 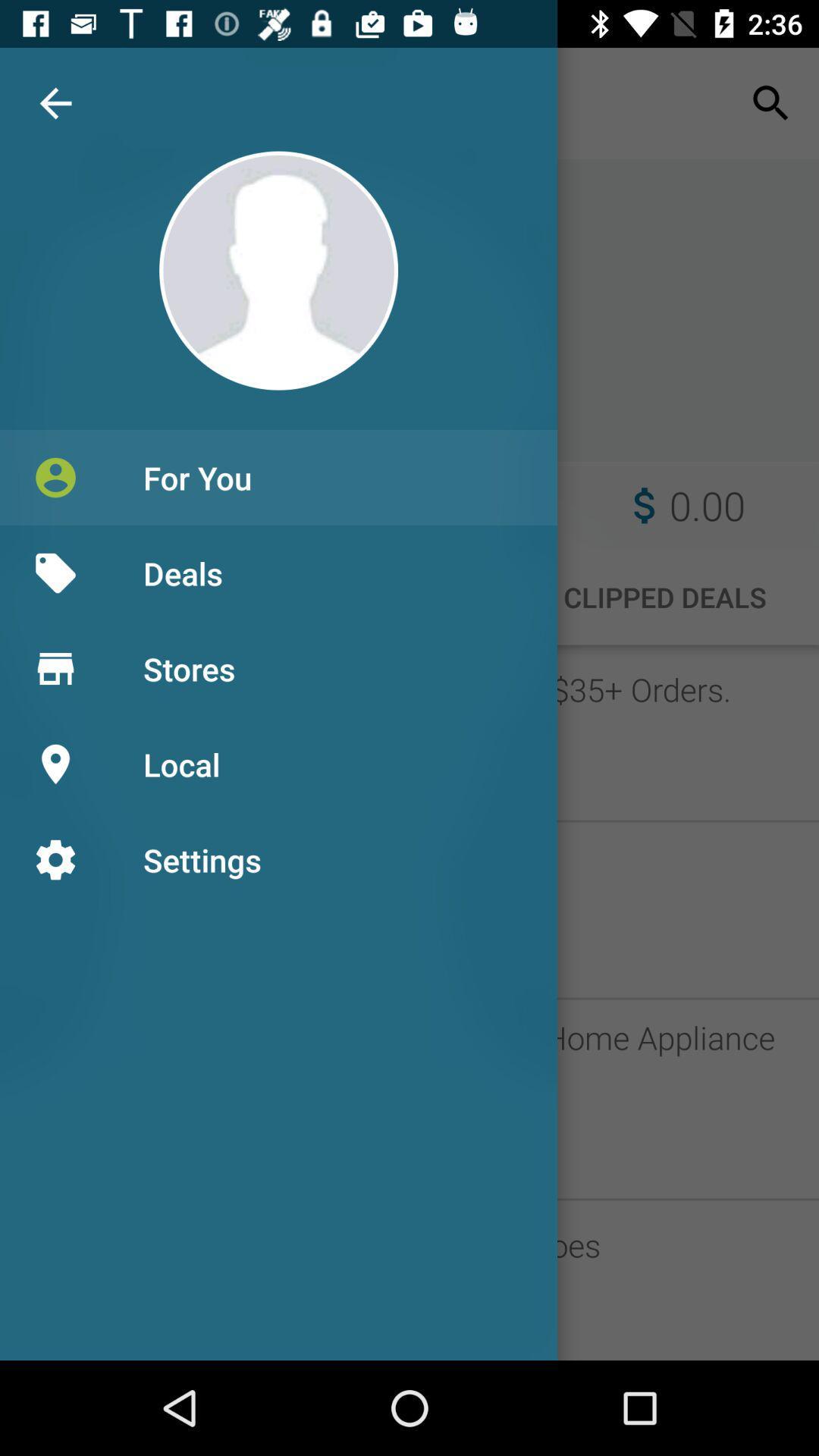 I want to click on search button which is at top right corner of the page, so click(x=771, y=103).